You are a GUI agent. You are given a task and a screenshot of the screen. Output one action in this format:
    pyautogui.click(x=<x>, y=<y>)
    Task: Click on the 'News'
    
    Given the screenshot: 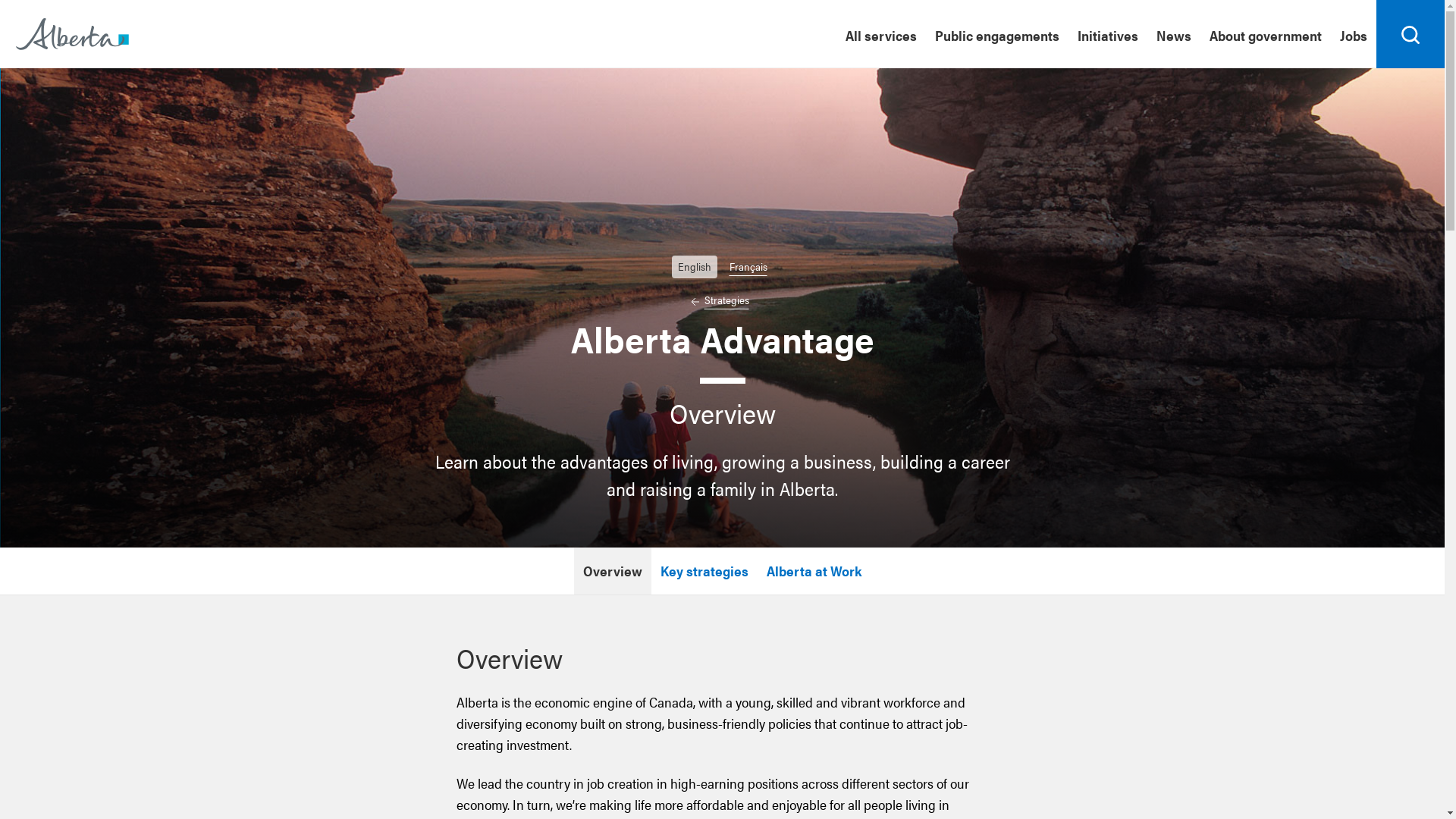 What is the action you would take?
    pyautogui.click(x=1172, y=34)
    